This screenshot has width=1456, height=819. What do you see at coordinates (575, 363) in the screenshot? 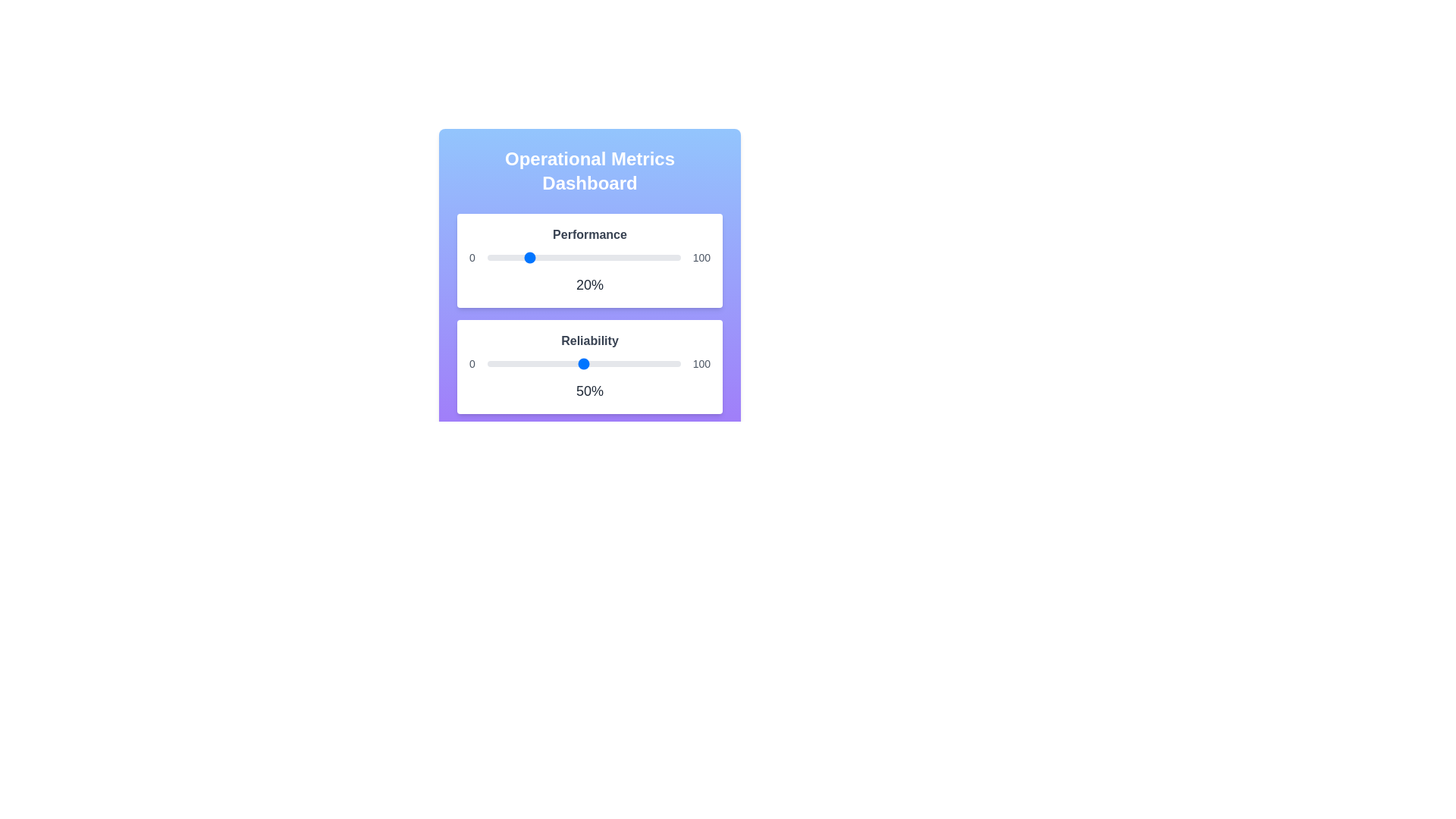
I see `the reliability slider` at bounding box center [575, 363].